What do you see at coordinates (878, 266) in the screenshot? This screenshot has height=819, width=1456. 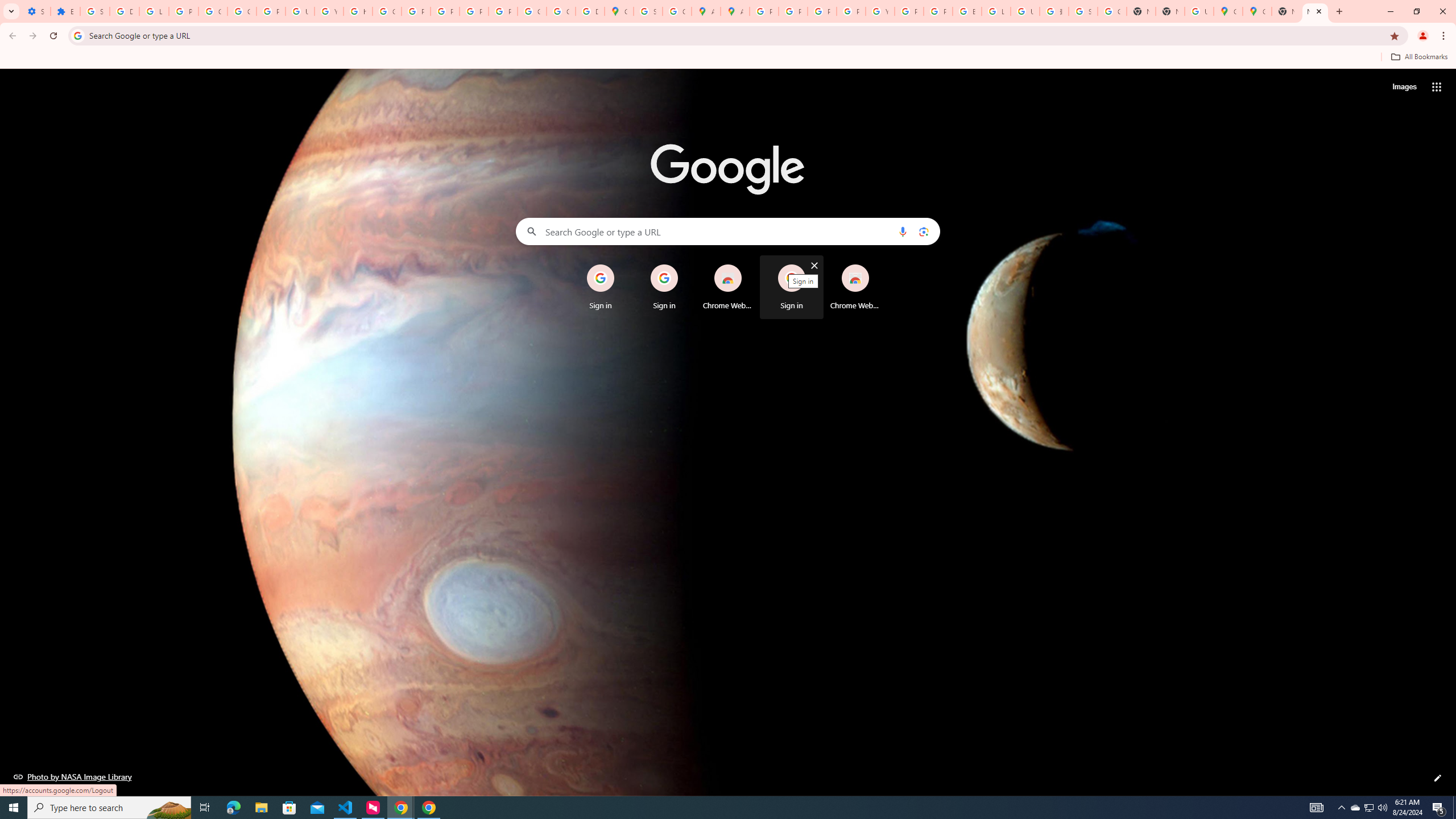 I see `'Remove'` at bounding box center [878, 266].